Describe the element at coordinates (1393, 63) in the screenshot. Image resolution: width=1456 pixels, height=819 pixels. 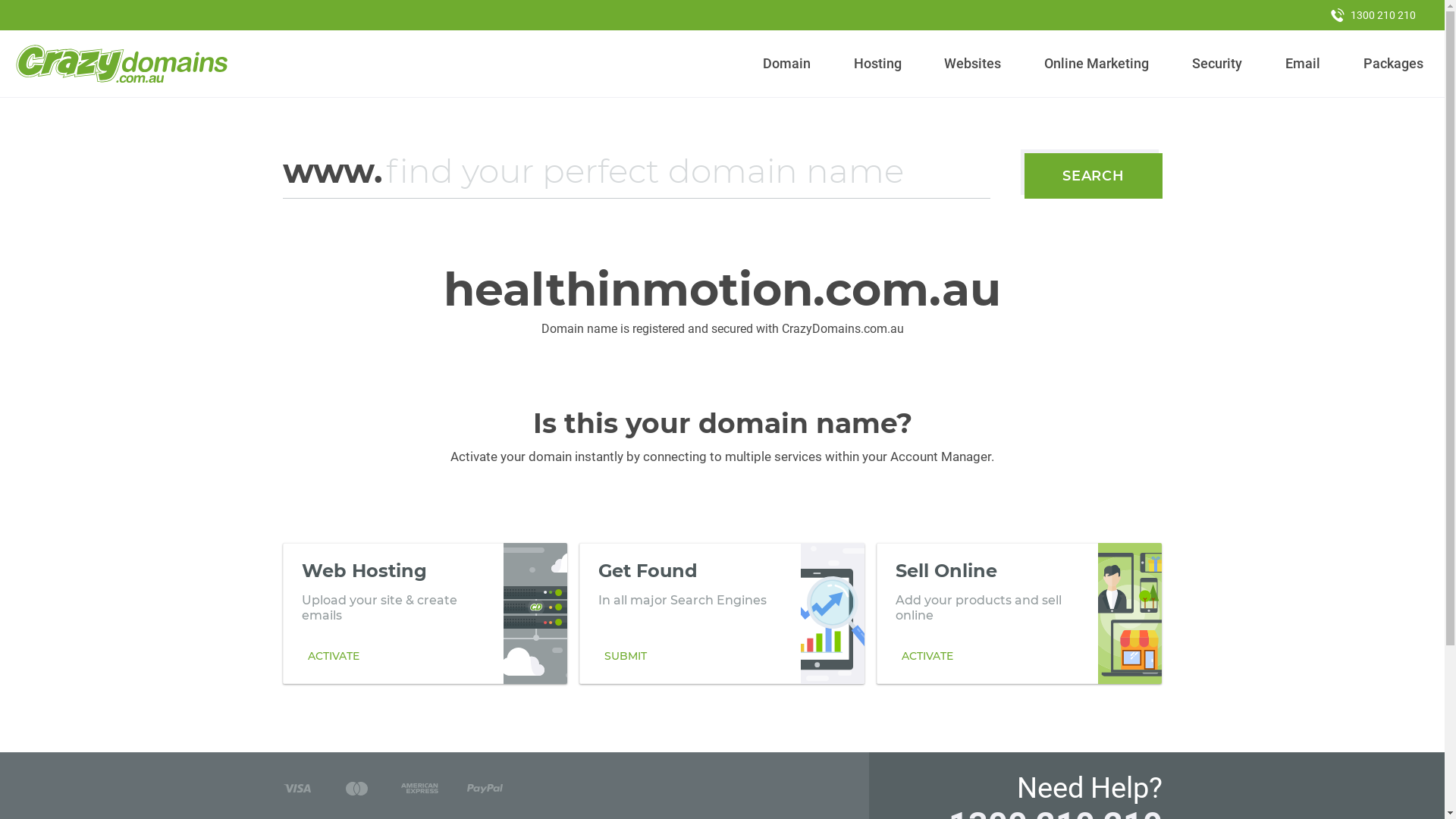
I see `'Packages'` at that location.